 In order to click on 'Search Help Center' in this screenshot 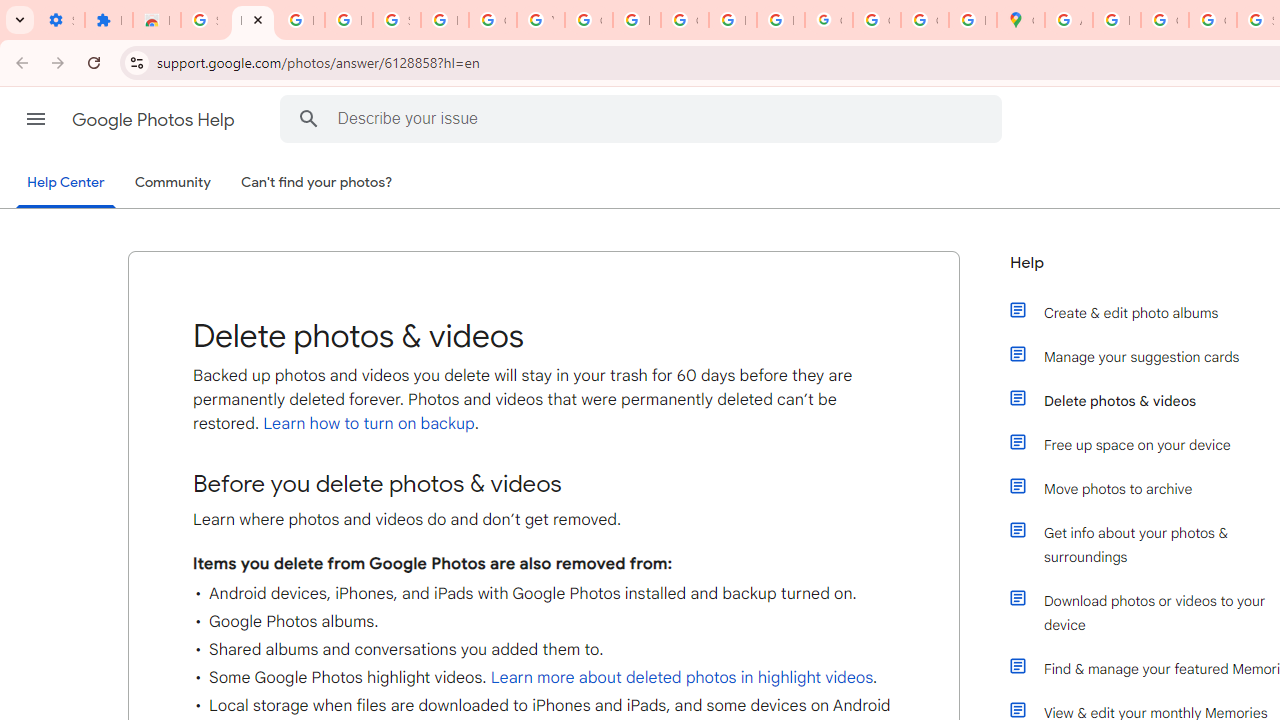, I will do `click(308, 118)`.